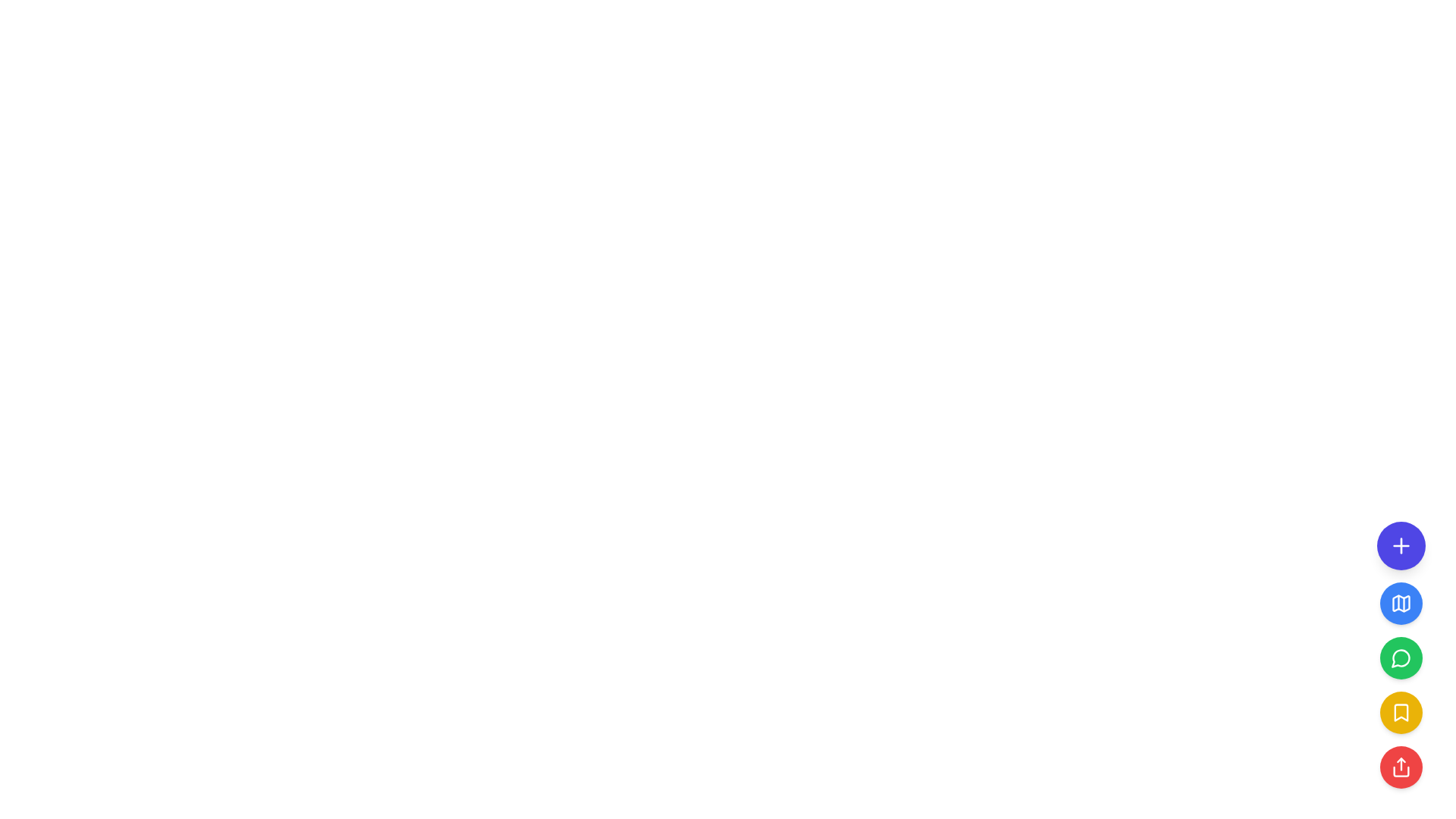 The image size is (1456, 819). What do you see at coordinates (1401, 657) in the screenshot?
I see `the third circular icon in the vertical stack on the right side of the interface, which navigates to the messages or chat-related feature of the application` at bounding box center [1401, 657].